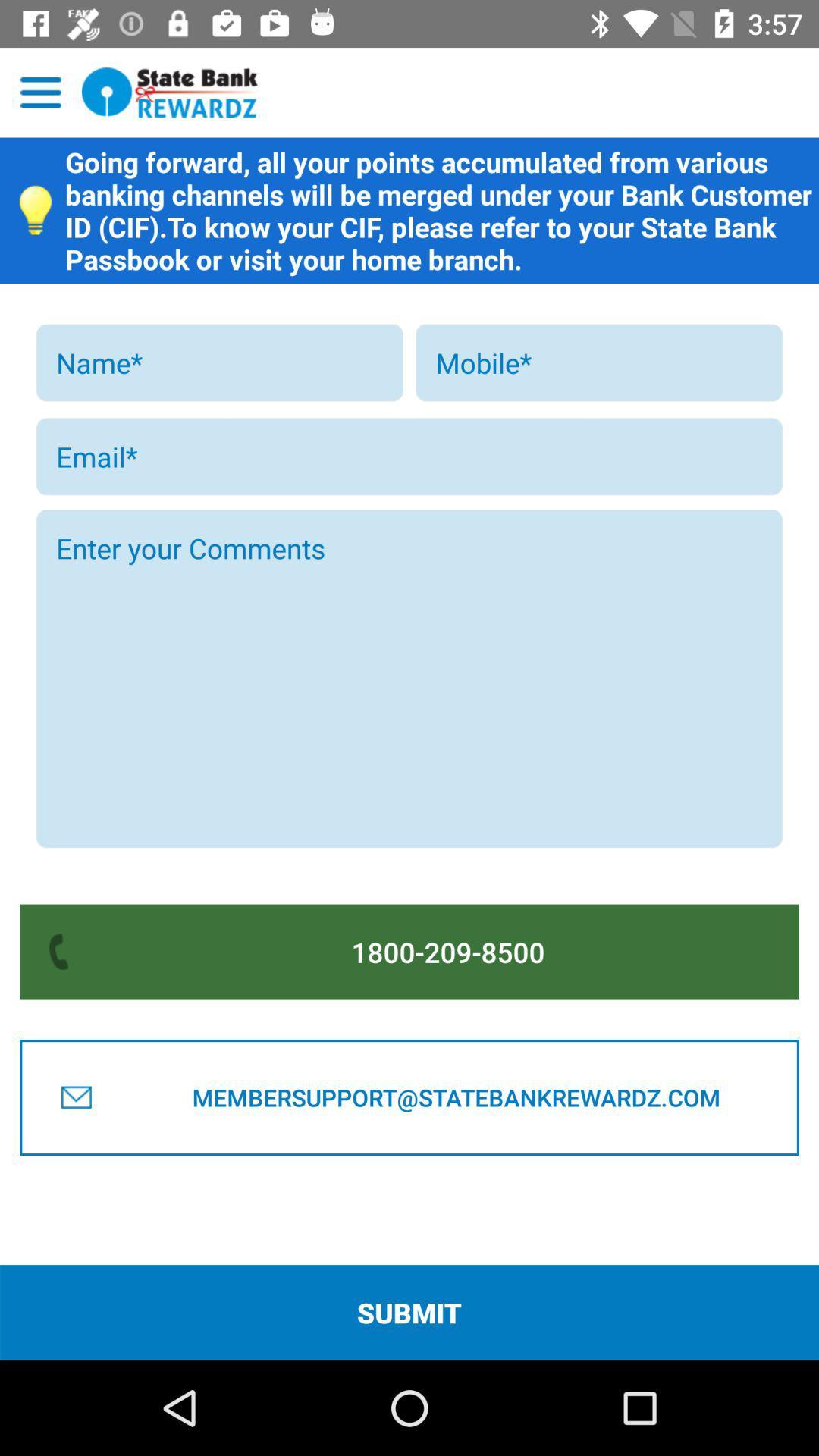  Describe the element at coordinates (409, 1312) in the screenshot. I see `the submit item` at that location.